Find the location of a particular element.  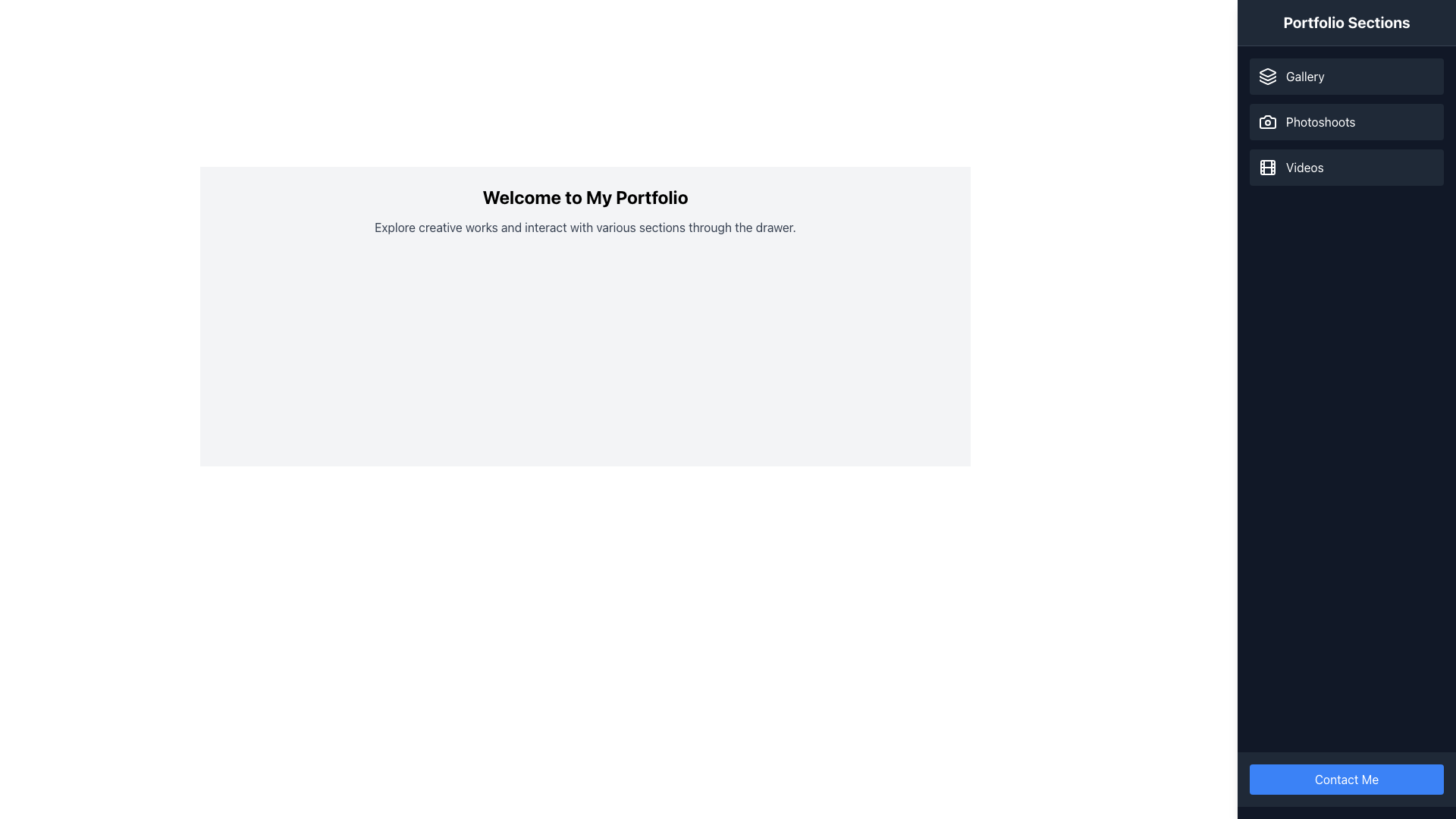

the text element that contains the message 'Explore creative works and interact with various sections through the drawer.' which is located below the title 'Welcome to My Portfolio' in a light gray background is located at coordinates (585, 227).